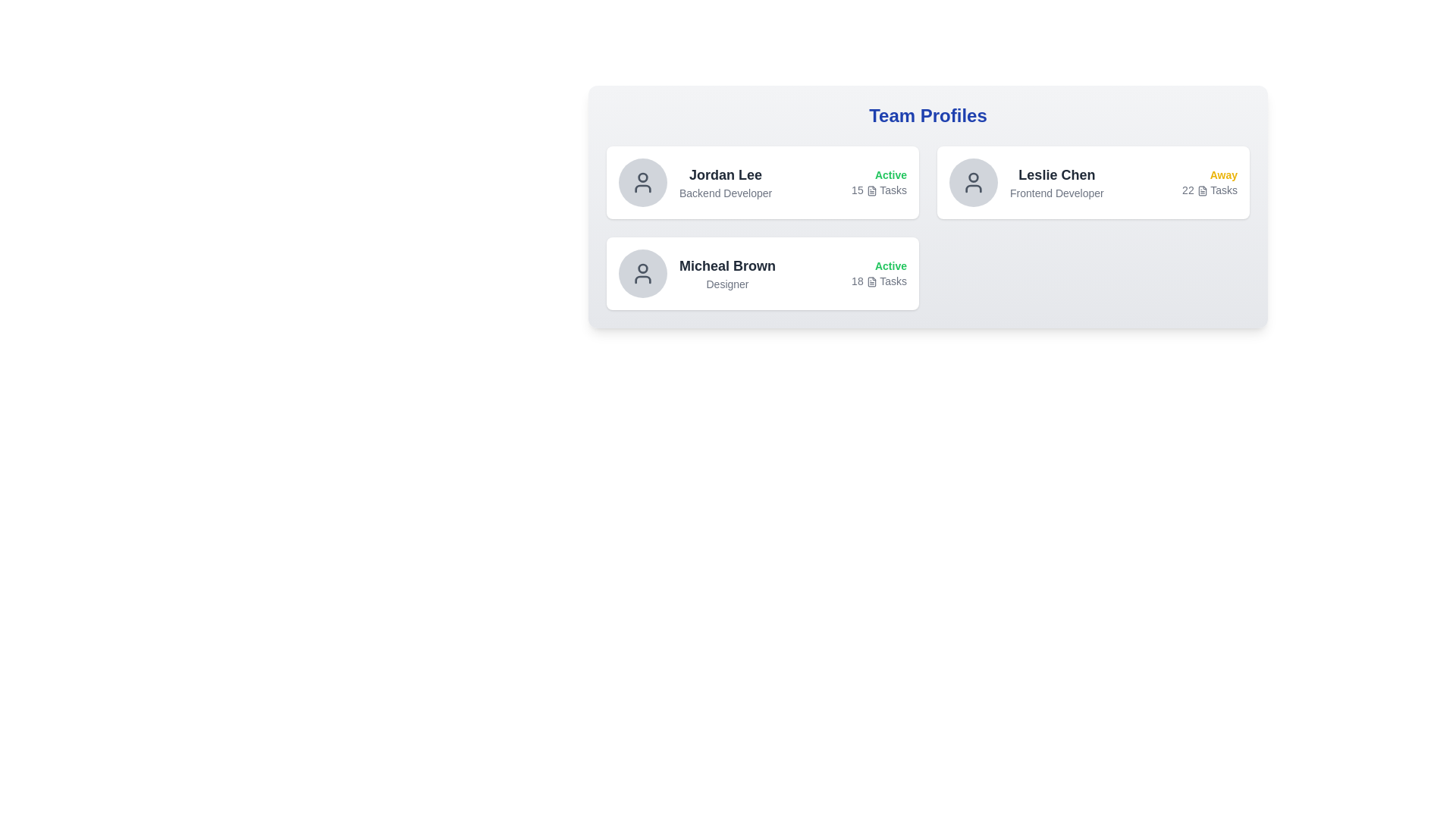  What do you see at coordinates (973, 177) in the screenshot?
I see `the profile picture icon for 'Leslie Chen' located at the top of the second profile card on the right side of the page layout` at bounding box center [973, 177].